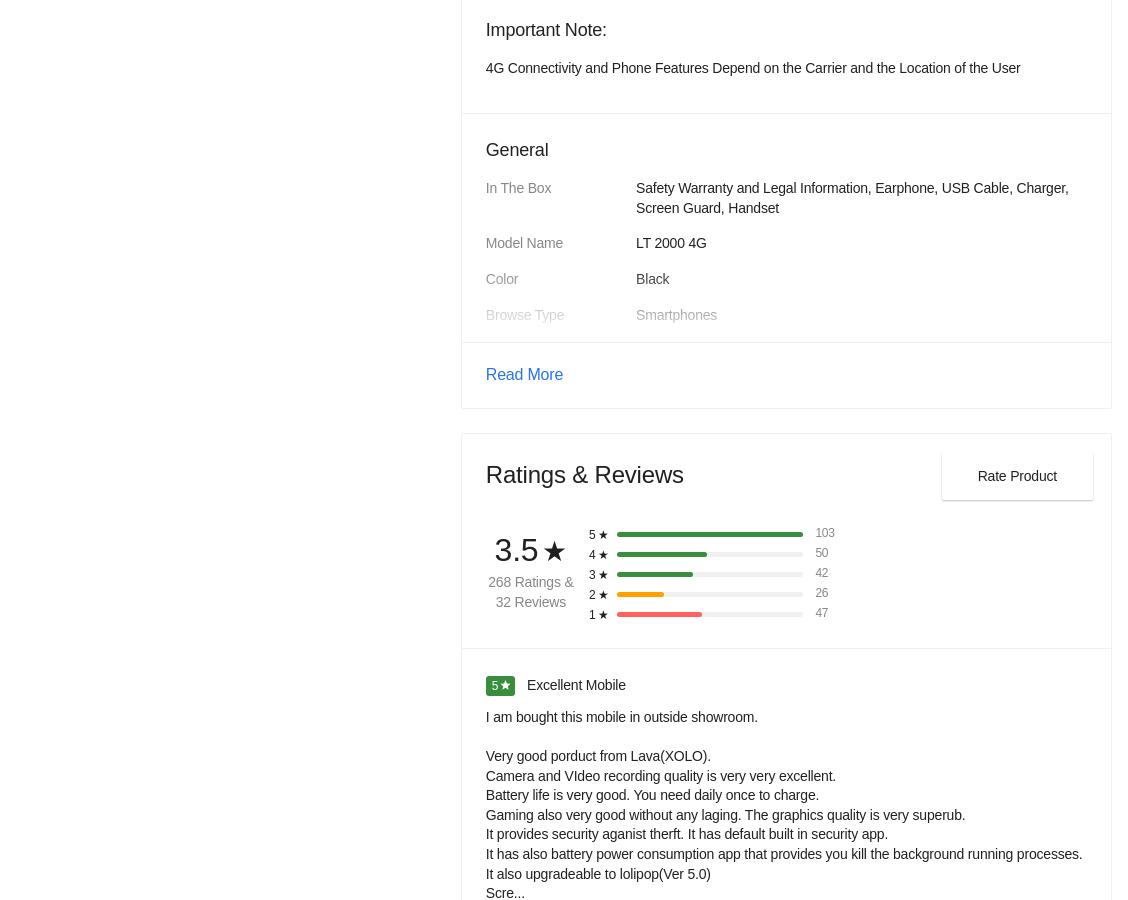 Image resolution: width=1128 pixels, height=900 pixels. I want to click on '1.2 GHz', so click(661, 873).